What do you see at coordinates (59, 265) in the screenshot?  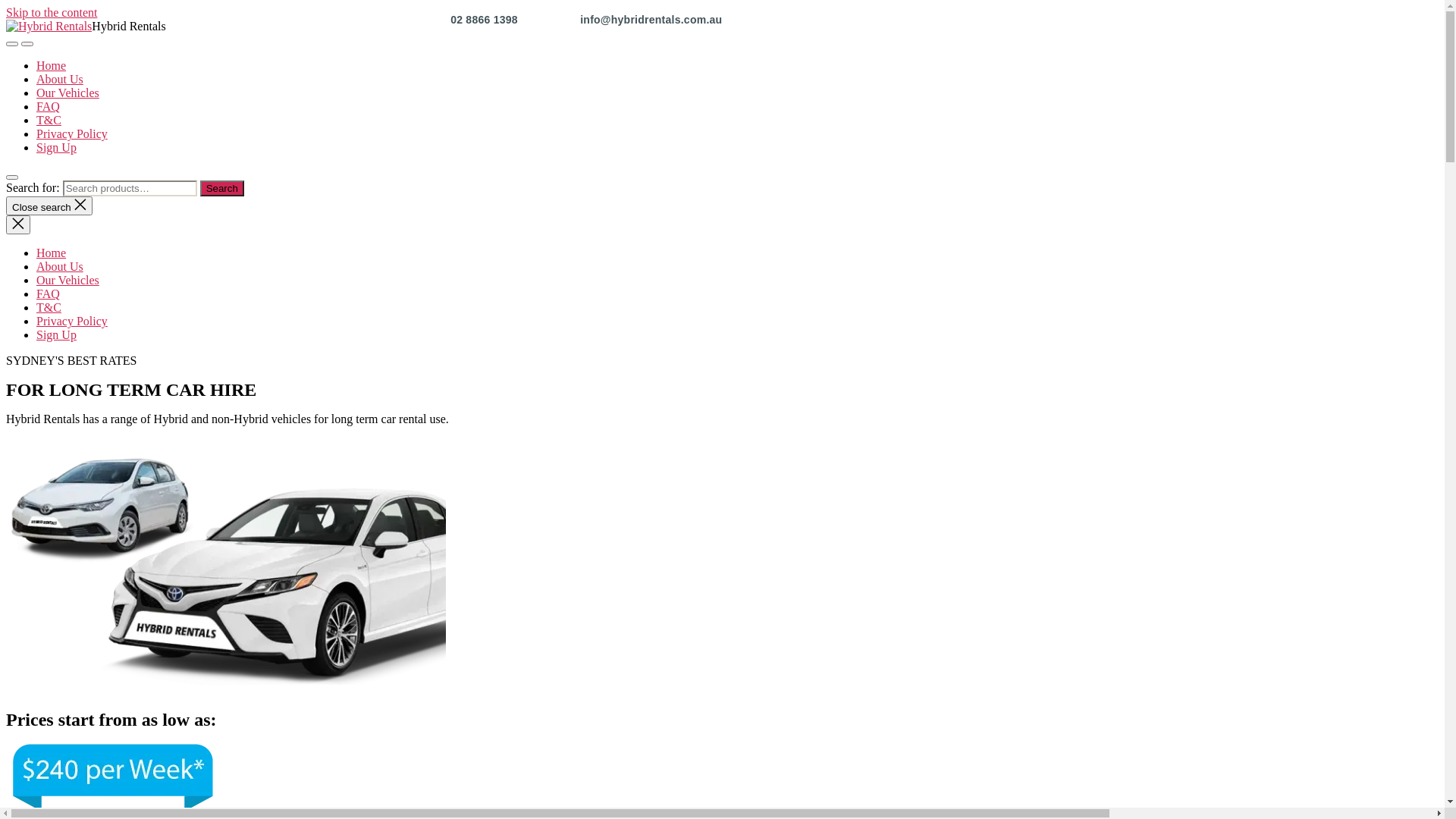 I see `'About Us'` at bounding box center [59, 265].